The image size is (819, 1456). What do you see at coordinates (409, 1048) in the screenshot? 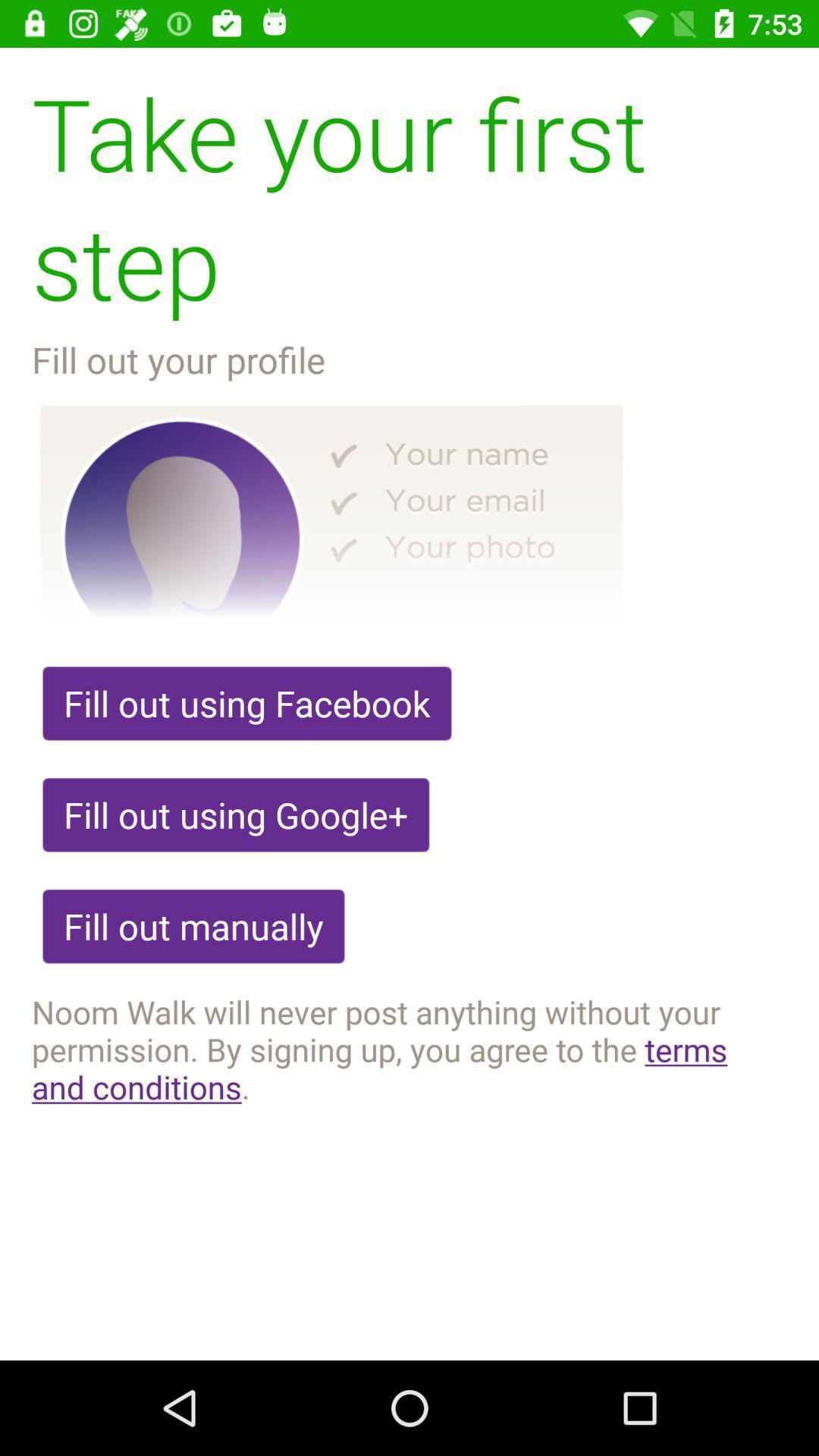
I see `the noom walk will` at bounding box center [409, 1048].